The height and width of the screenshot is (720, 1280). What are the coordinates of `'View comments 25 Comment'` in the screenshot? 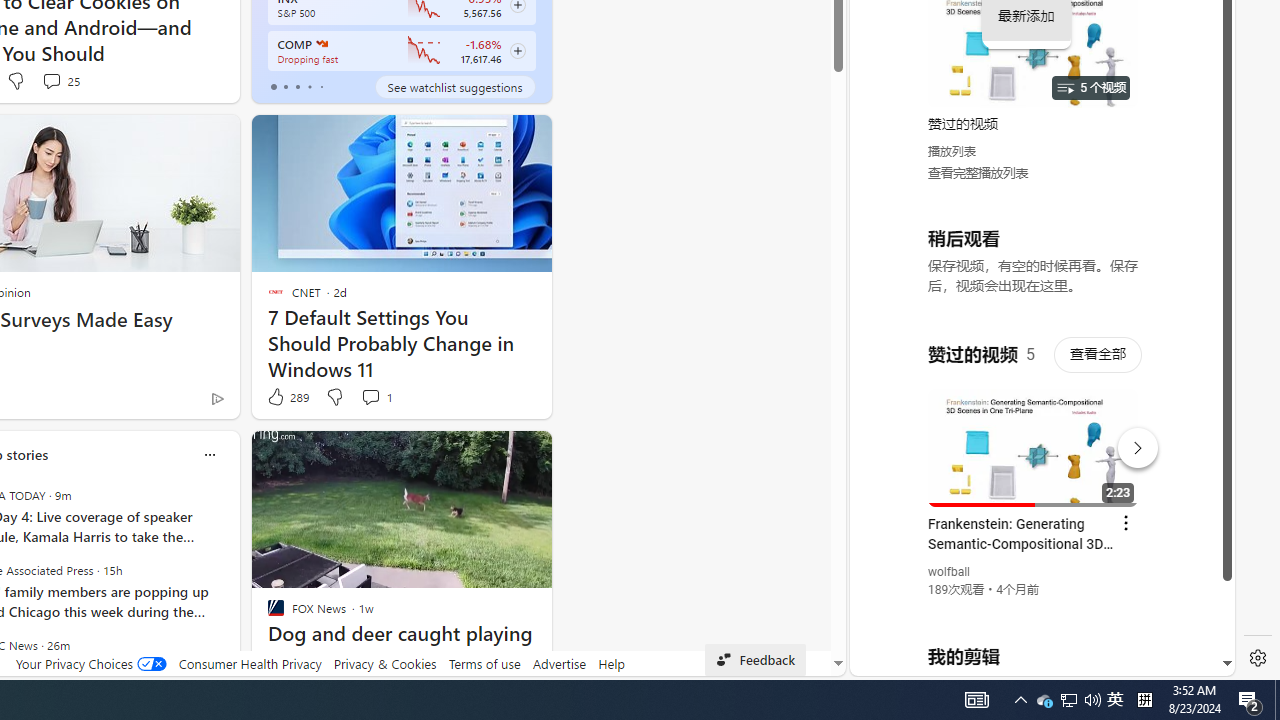 It's located at (51, 80).